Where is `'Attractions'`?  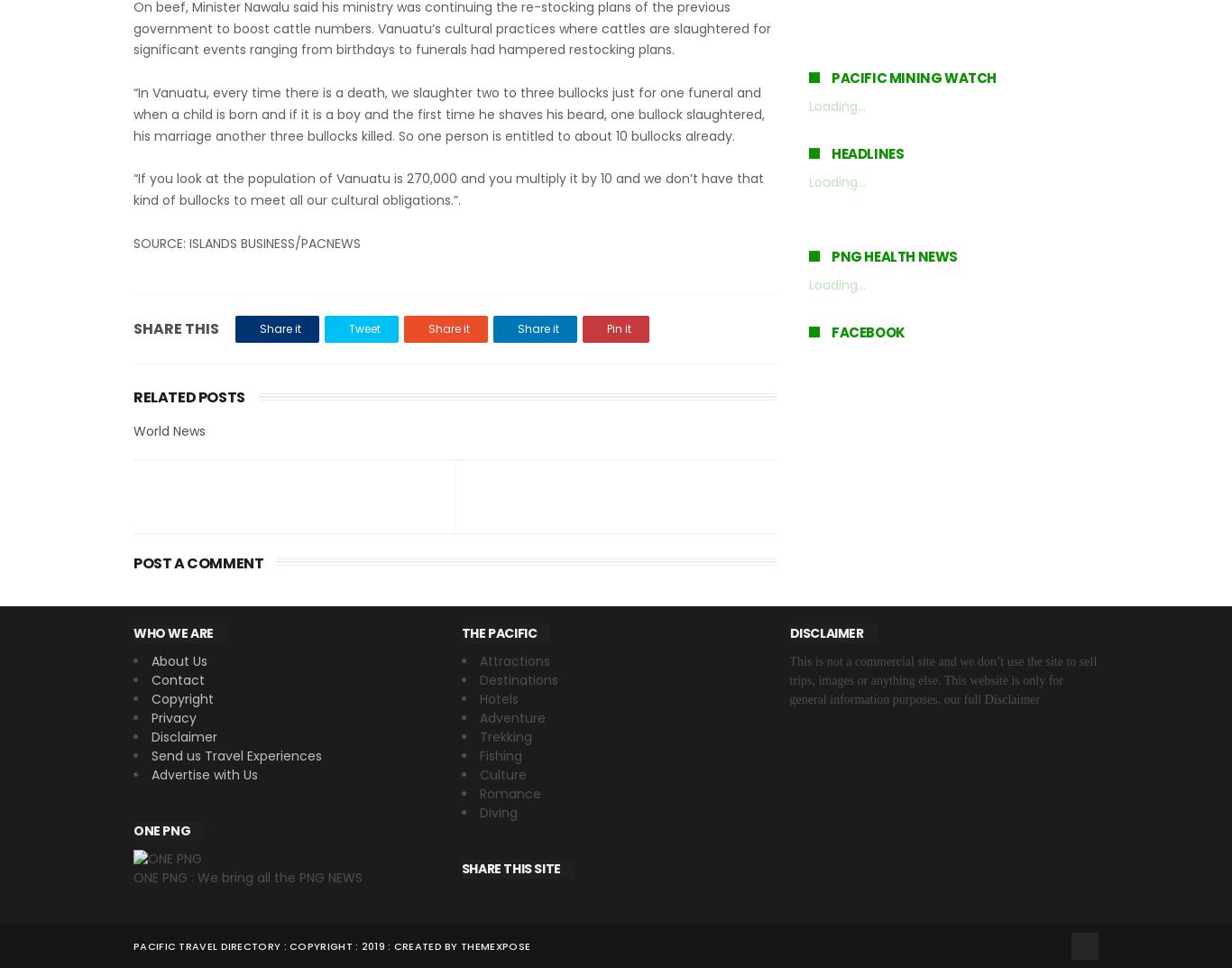
'Attractions' is located at coordinates (513, 659).